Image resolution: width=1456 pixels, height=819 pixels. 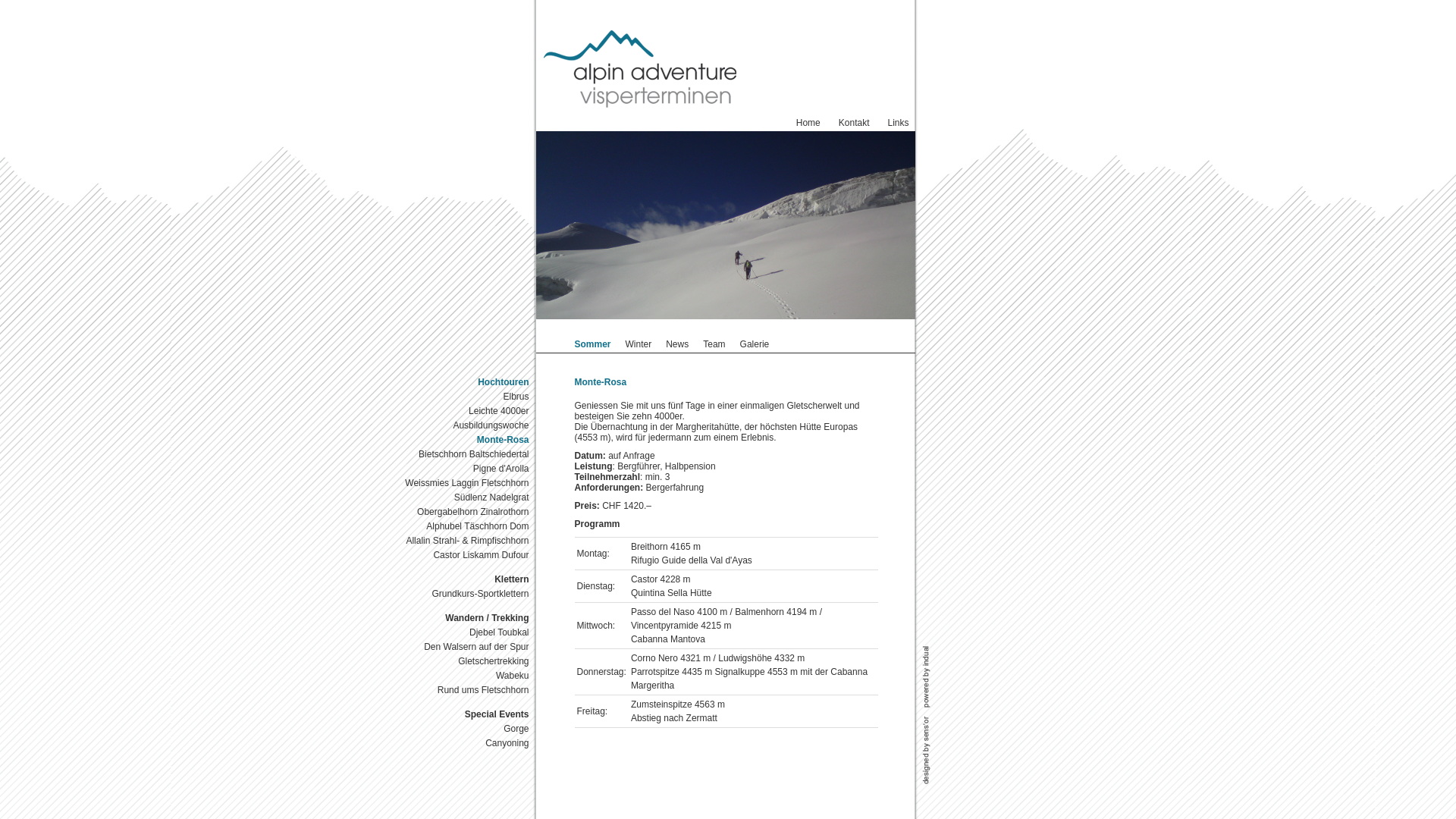 What do you see at coordinates (854, 122) in the screenshot?
I see `'Kontakt'` at bounding box center [854, 122].